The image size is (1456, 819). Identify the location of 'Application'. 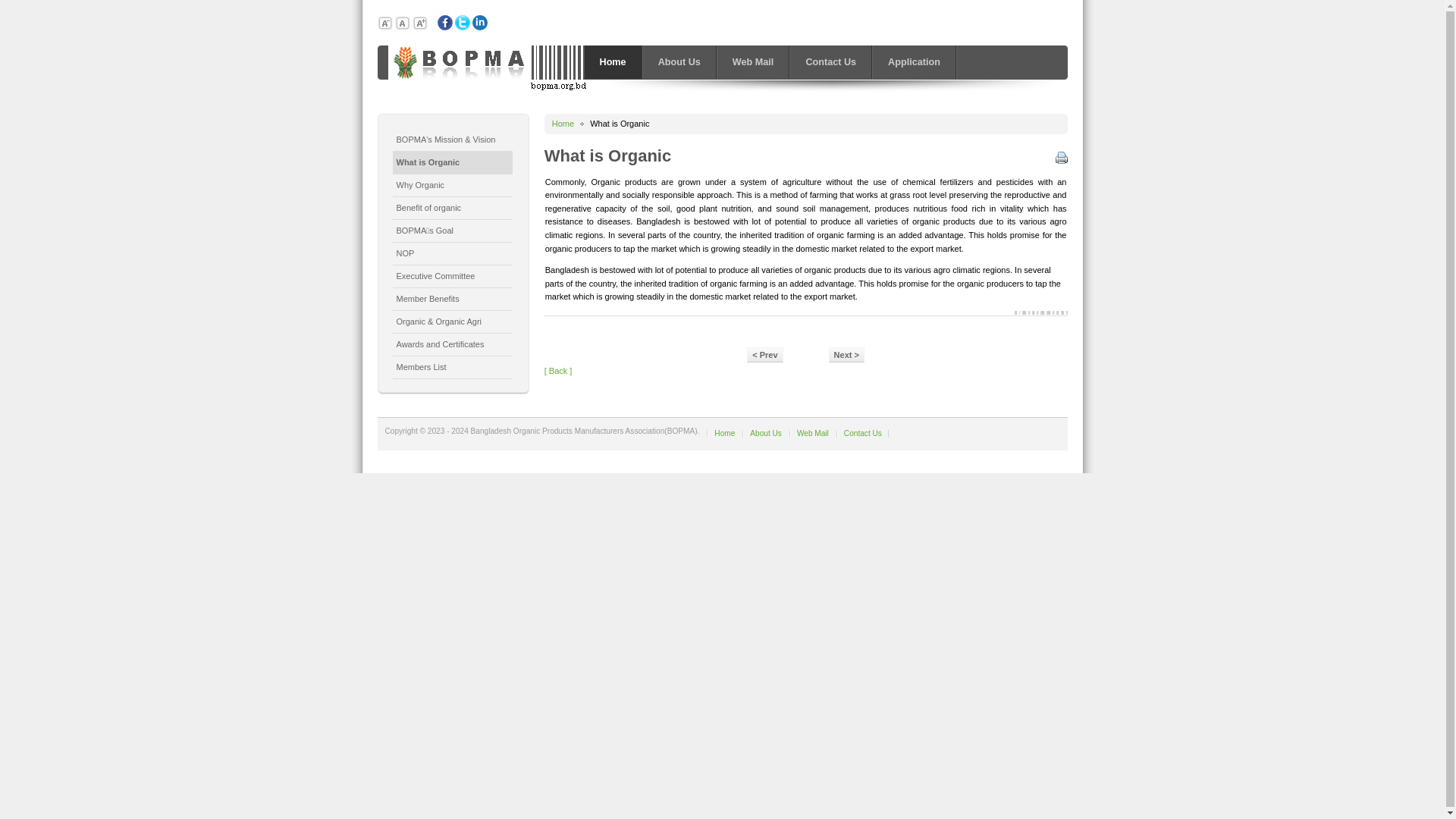
(913, 61).